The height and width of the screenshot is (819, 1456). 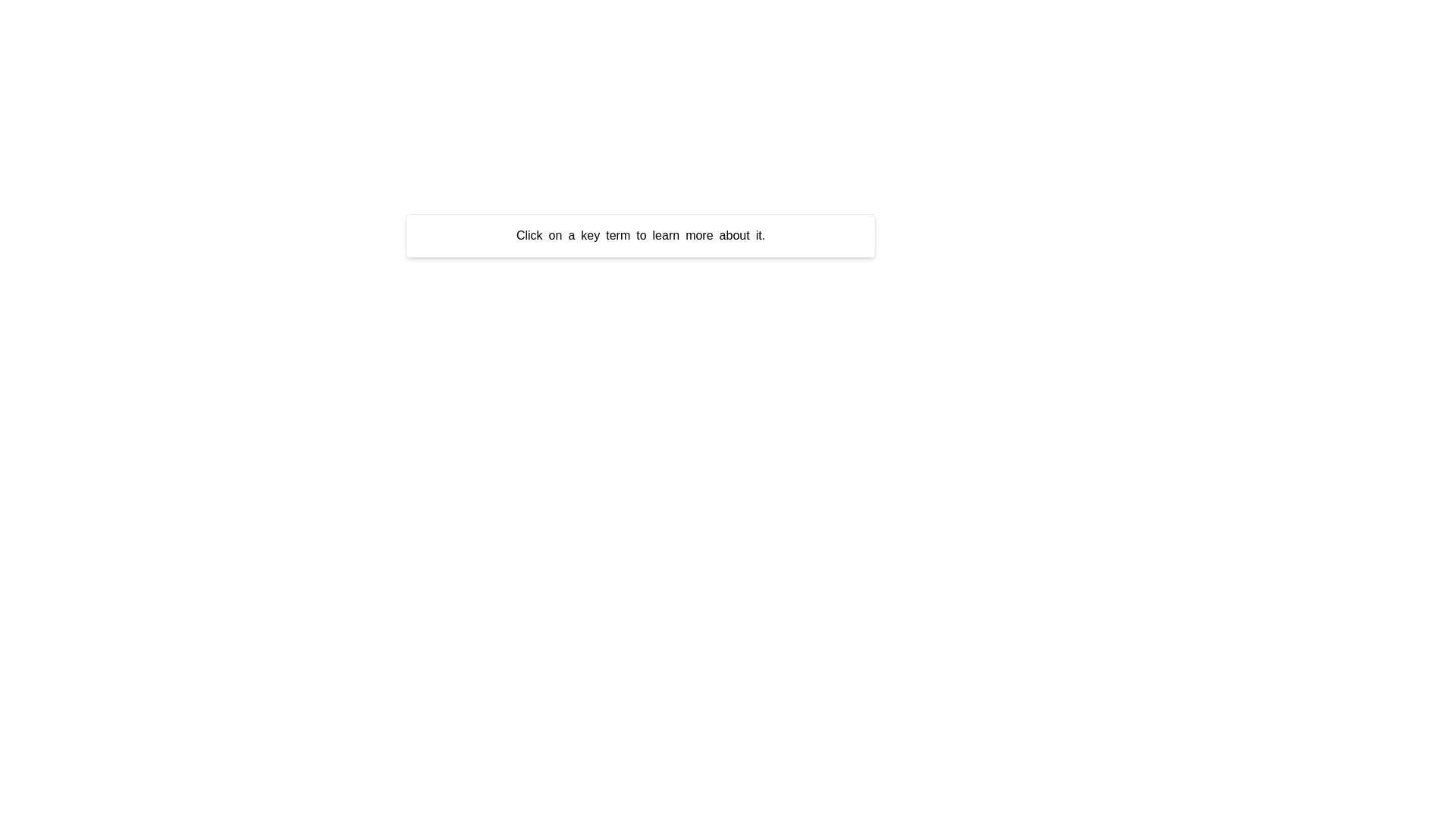 I want to click on the fourth word in the sentence within the bordered and shadowed panel, which is preceded by 'Click', 'on', and 'a', and followed by 'term', so click(x=589, y=235).